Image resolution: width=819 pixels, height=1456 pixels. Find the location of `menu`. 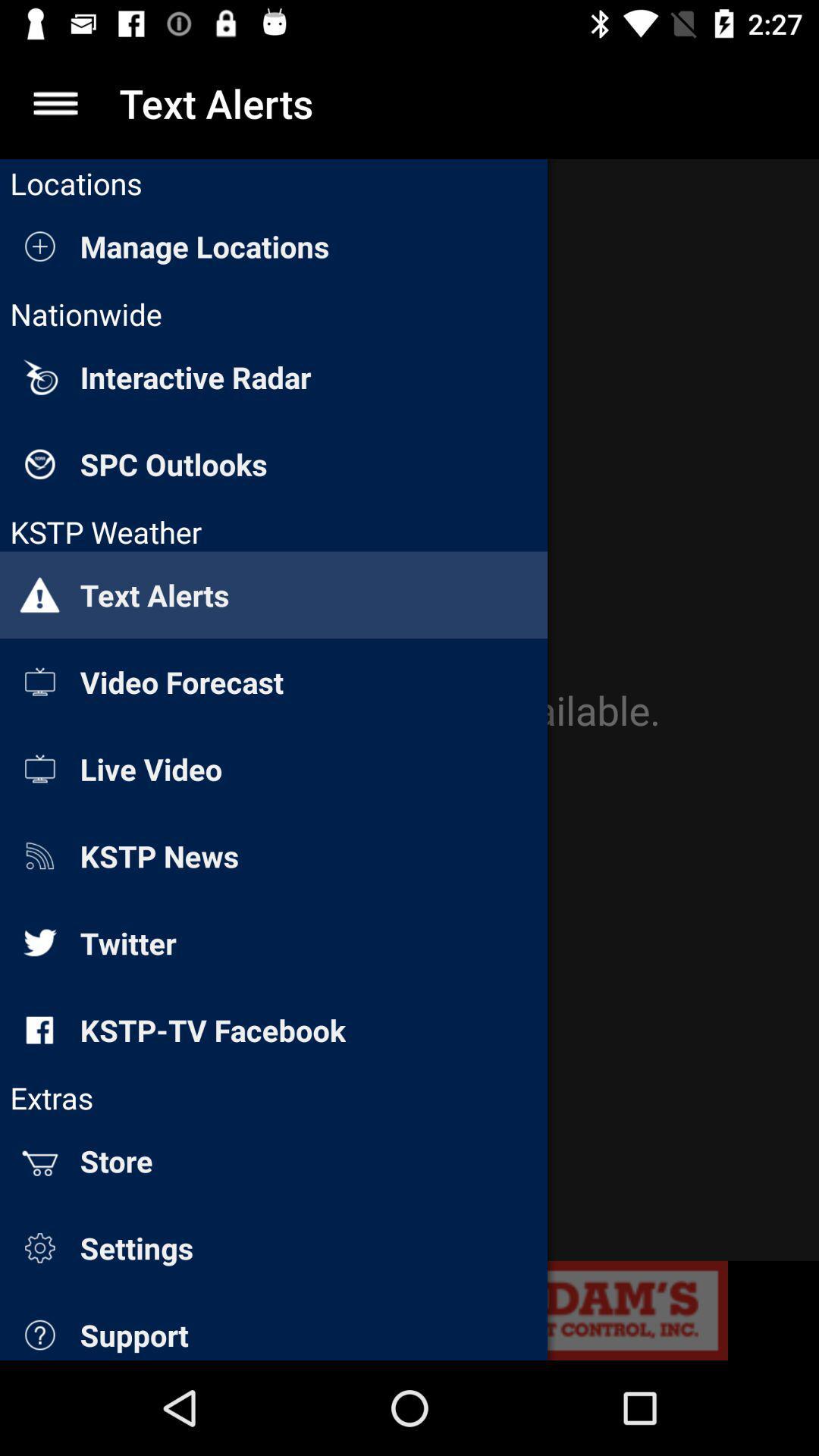

menu is located at coordinates (55, 102).